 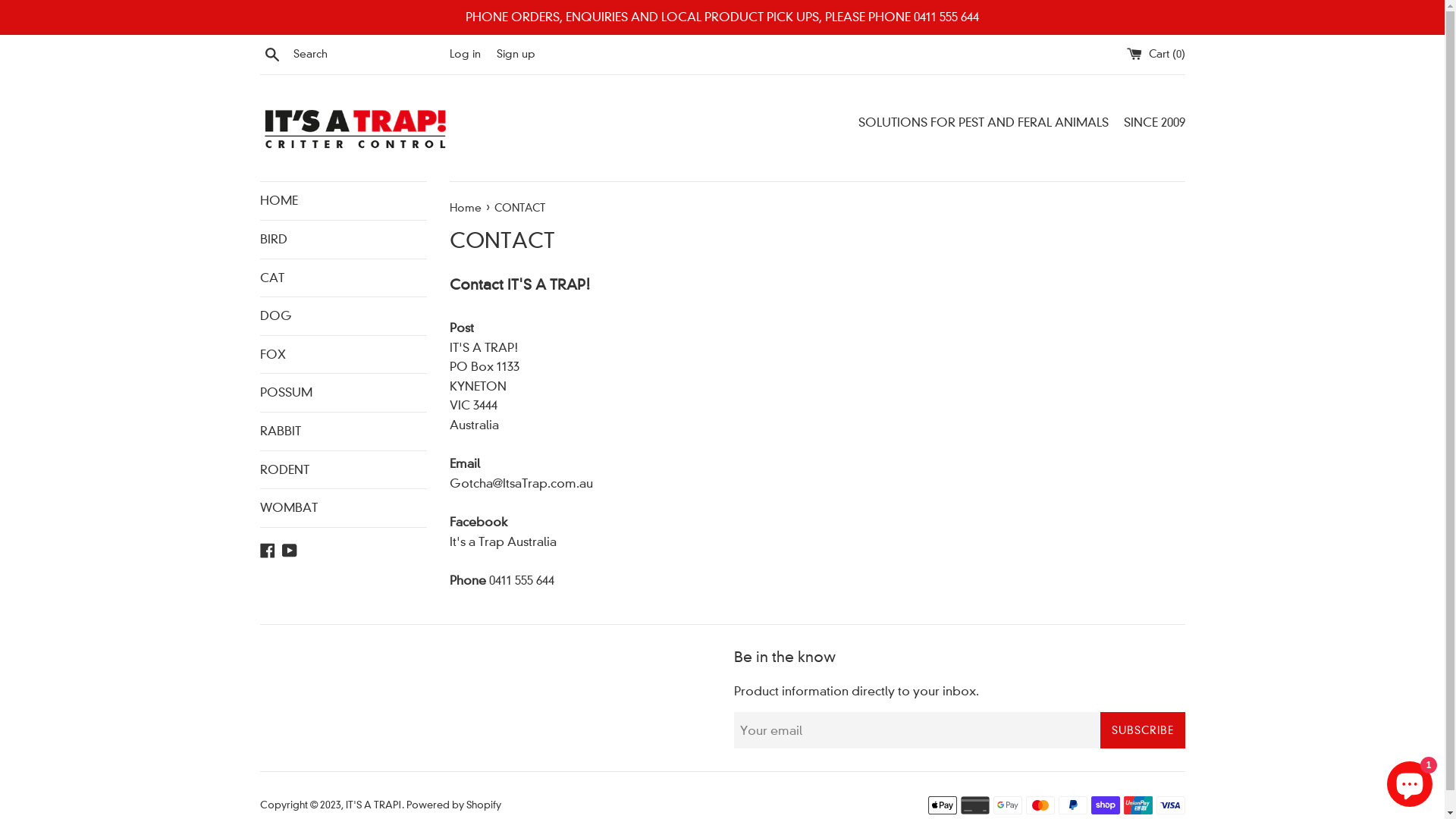 I want to click on 'Sign up', so click(x=515, y=52).